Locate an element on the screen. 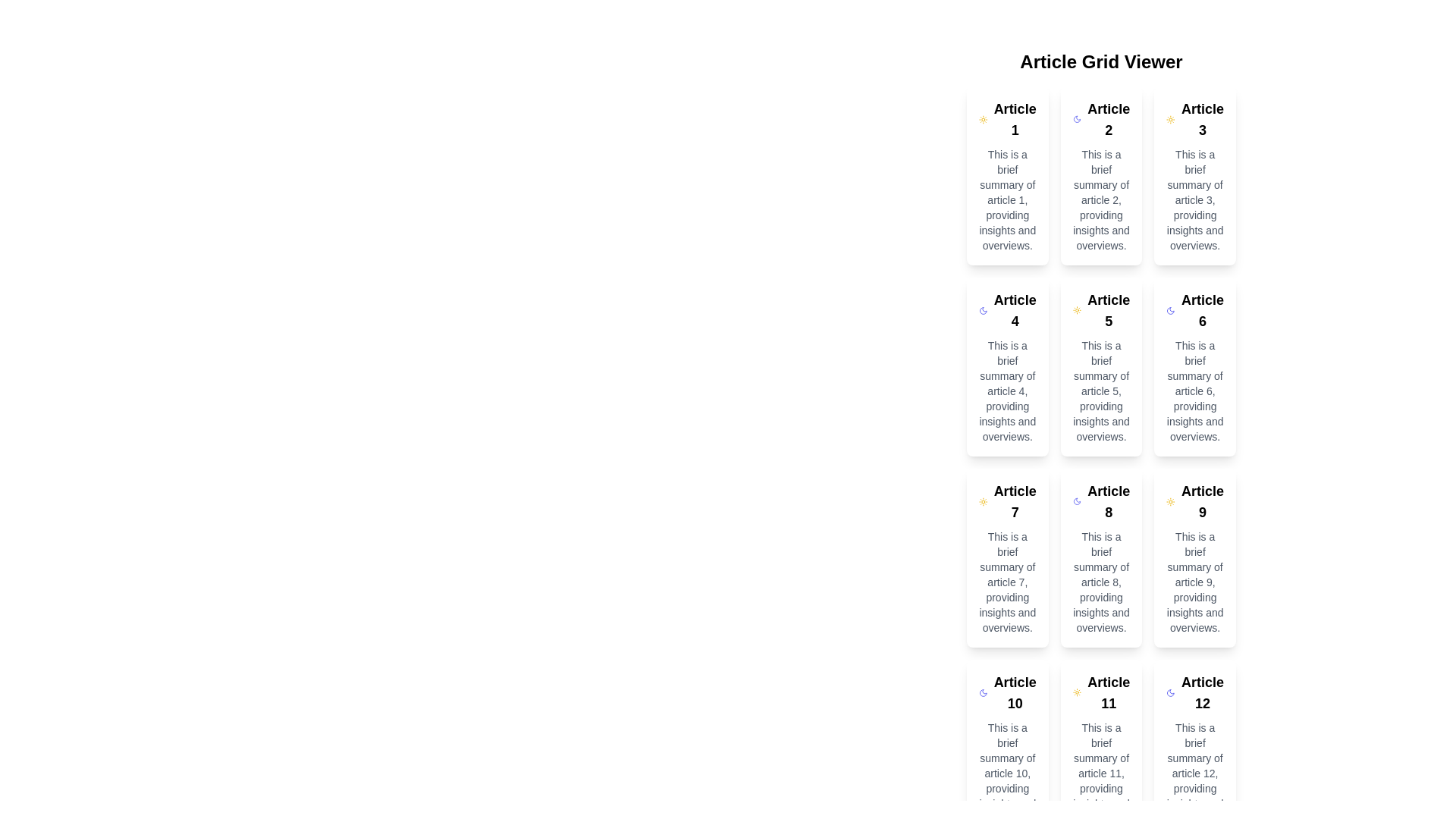 The width and height of the screenshot is (1456, 819). the moon icon located to the left of the 'Article 4' title in the header section is located at coordinates (983, 309).